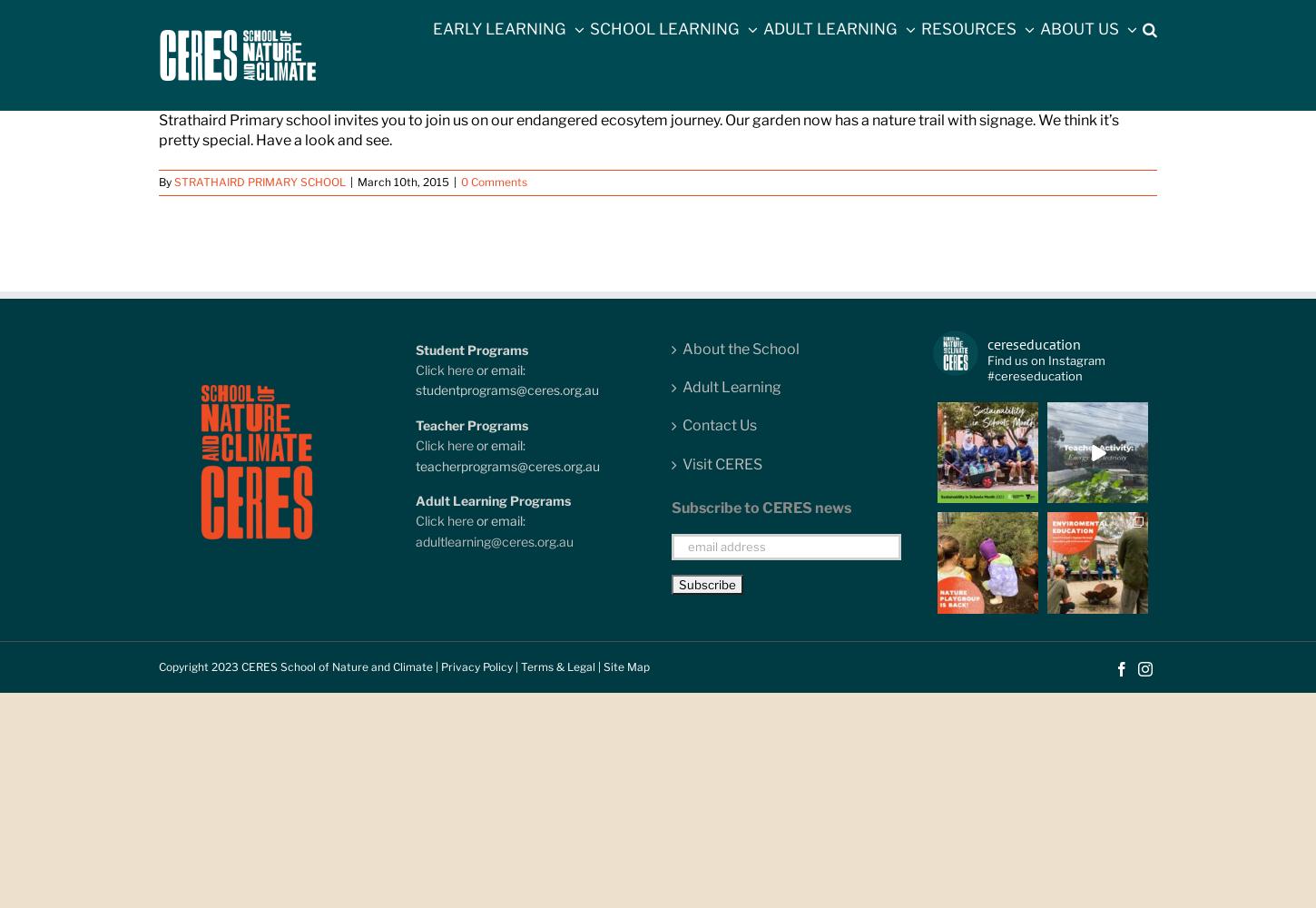  Describe the element at coordinates (682, 463) in the screenshot. I see `'Visit CERES'` at that location.